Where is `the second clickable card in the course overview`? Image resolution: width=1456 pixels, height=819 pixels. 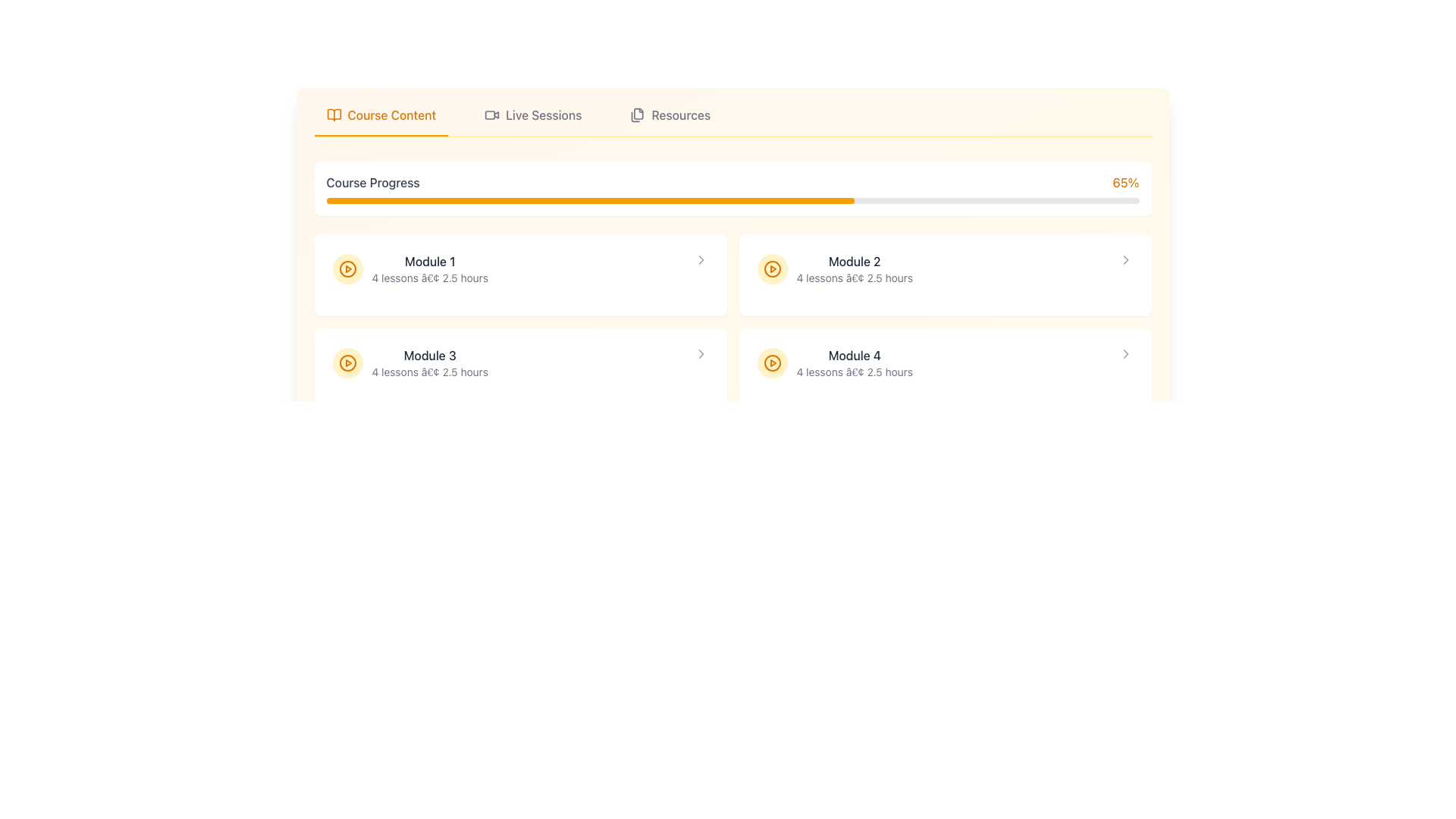
the second clickable card in the course overview is located at coordinates (520, 362).